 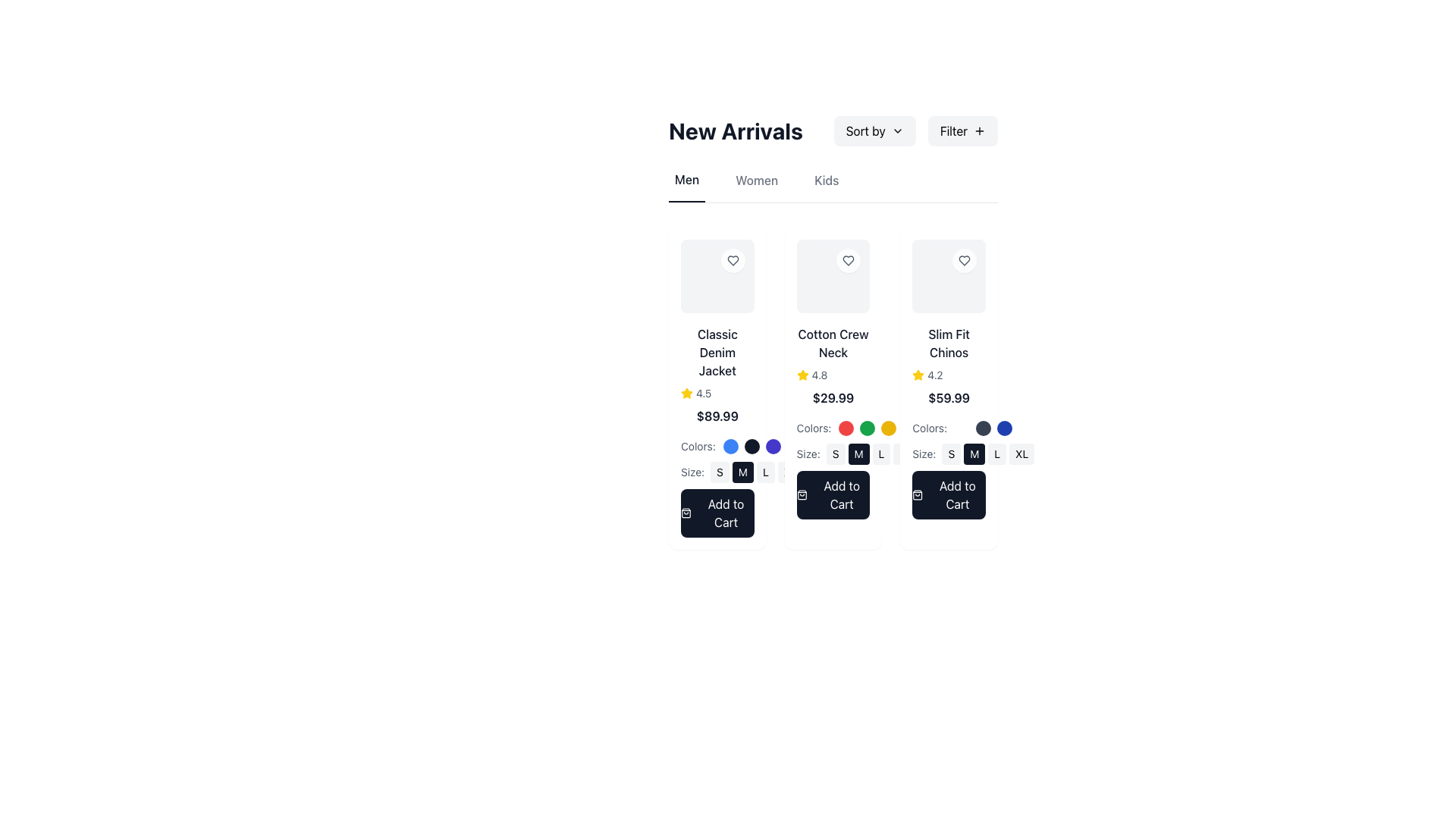 What do you see at coordinates (801, 494) in the screenshot?
I see `the shopping bag icon within the 'Add to Cart' button located in the second product's options` at bounding box center [801, 494].